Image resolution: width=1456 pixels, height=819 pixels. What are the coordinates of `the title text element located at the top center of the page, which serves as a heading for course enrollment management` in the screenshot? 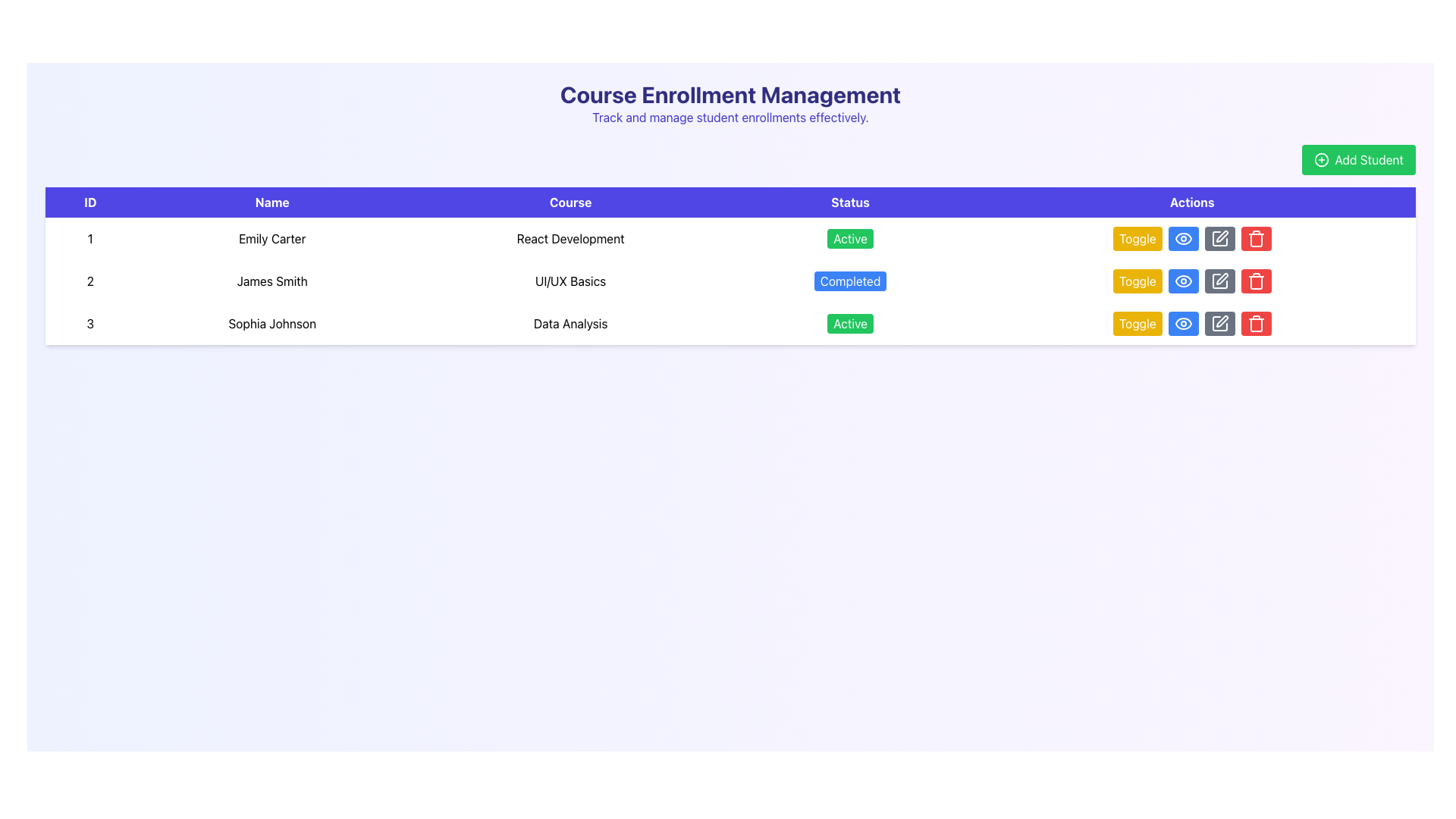 It's located at (730, 94).